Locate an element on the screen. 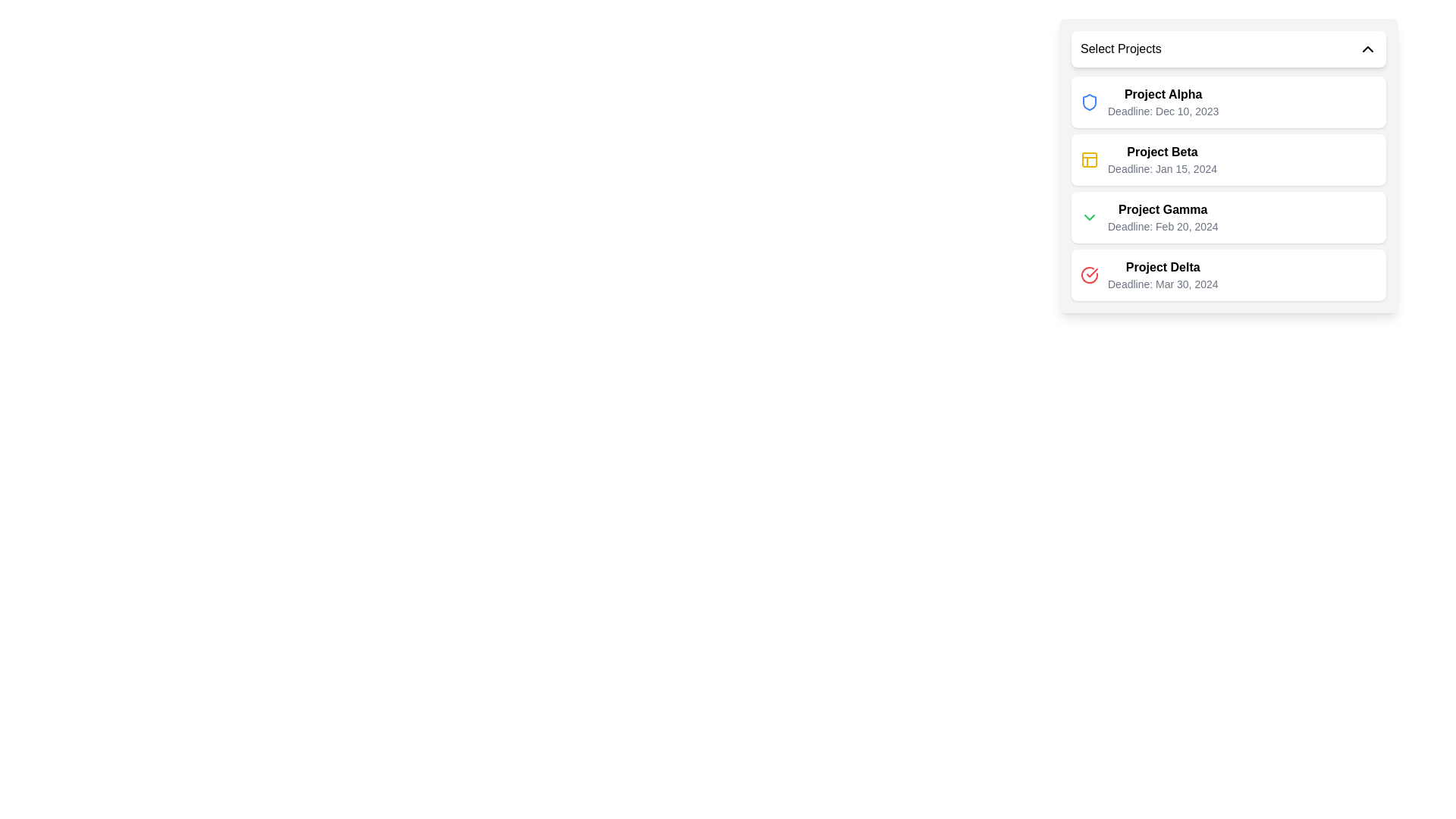  the red circular icon with a checkmark inside, located to the left of the text 'Project Delta' in the project list is located at coordinates (1088, 275).